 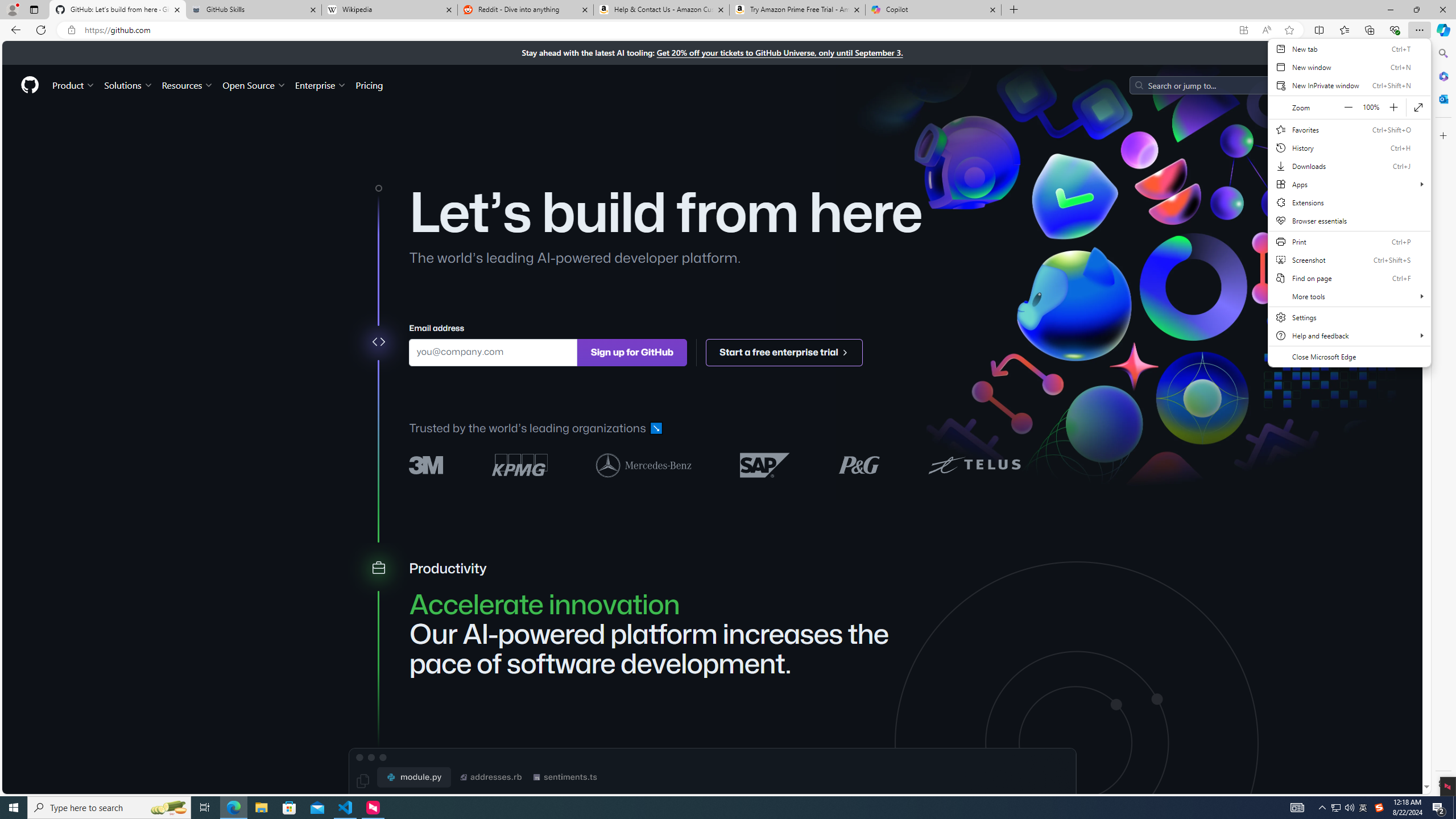 What do you see at coordinates (1443, 418) in the screenshot?
I see `'Side bar'` at bounding box center [1443, 418].